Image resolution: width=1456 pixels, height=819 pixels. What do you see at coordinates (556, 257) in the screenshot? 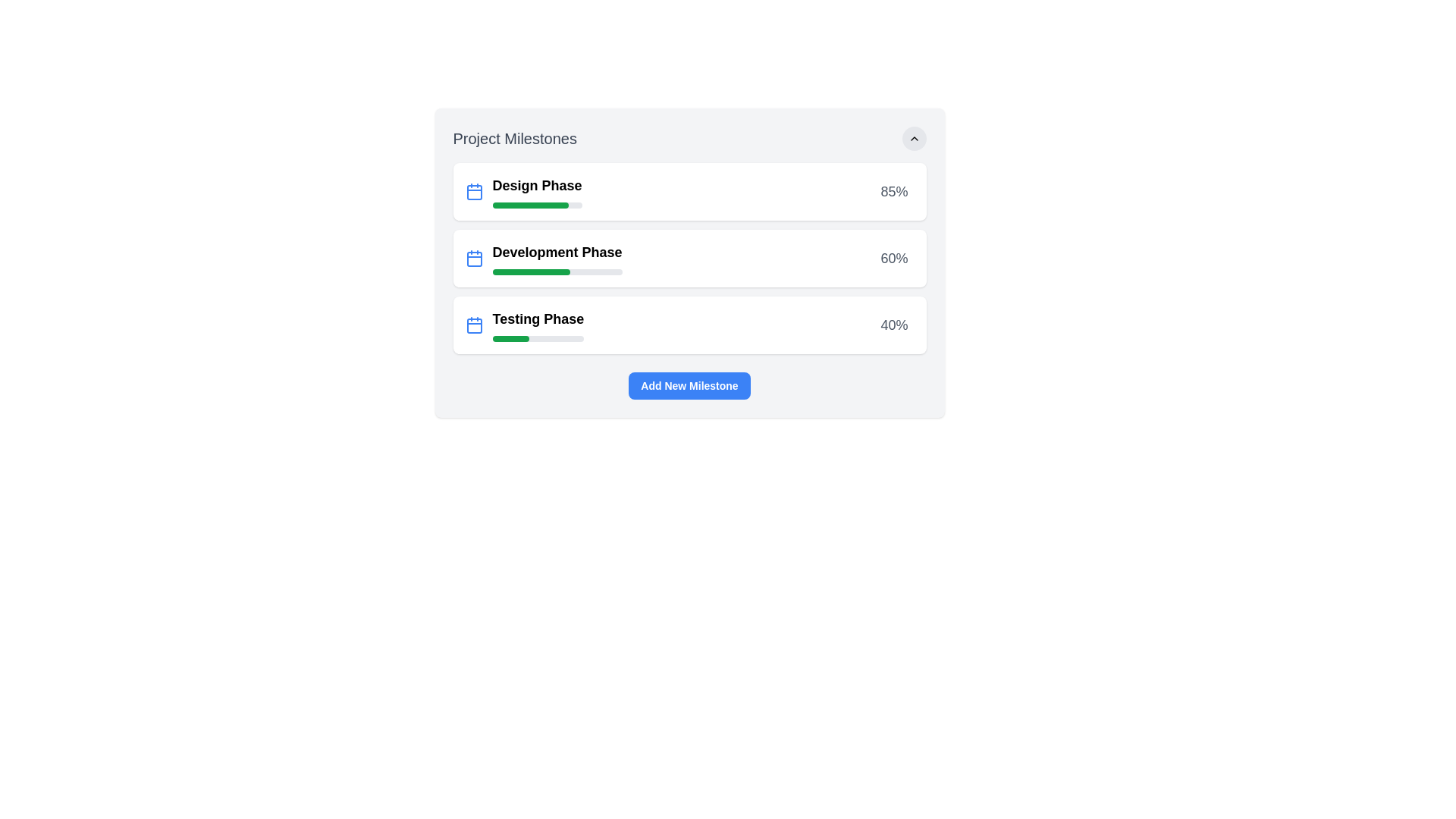
I see `the 'Development Phase' label with the progress indicator` at bounding box center [556, 257].